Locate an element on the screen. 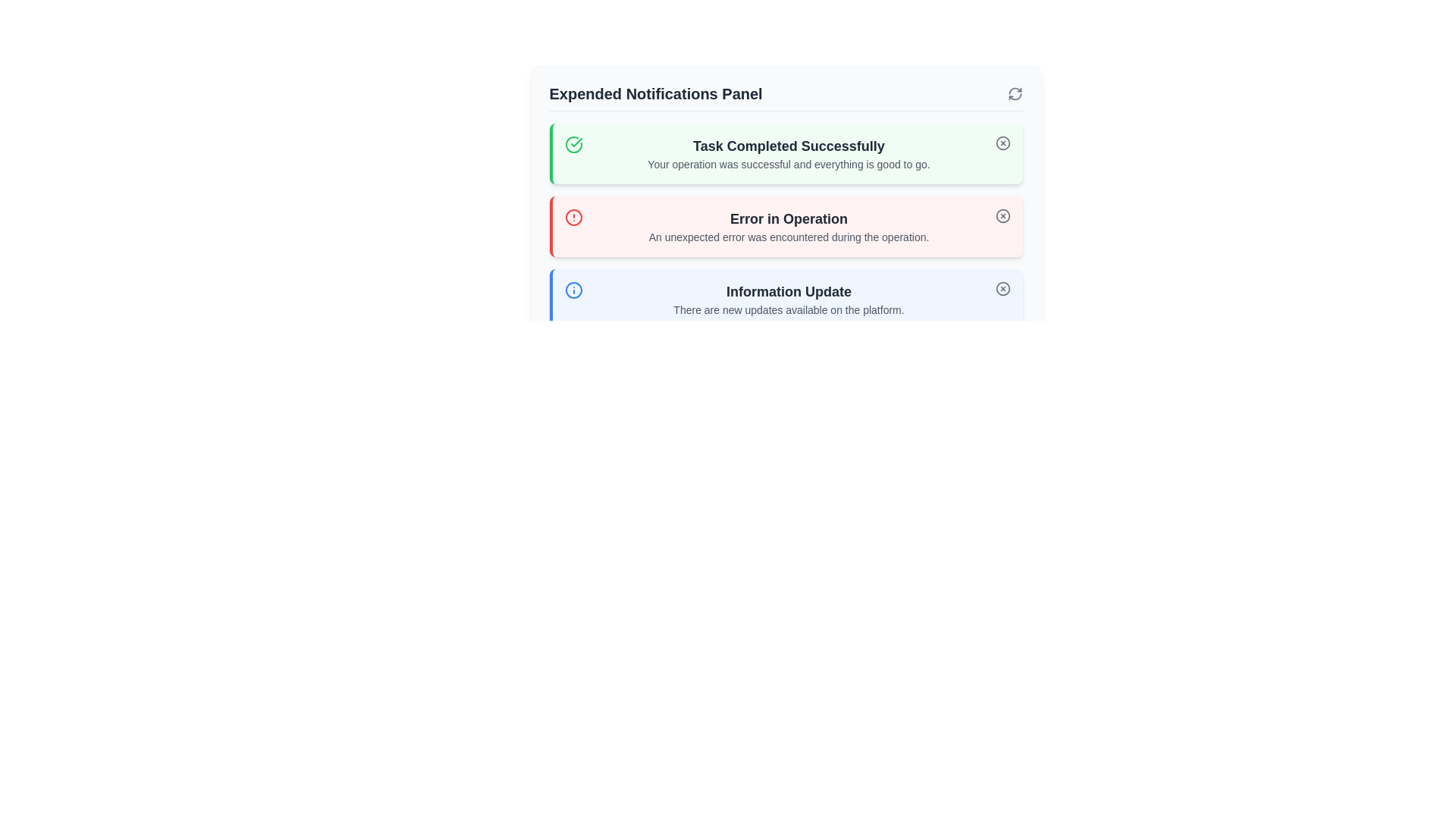 The height and width of the screenshot is (819, 1456). the text field that reads 'Your operation was successful and everything is good to go.' located below the title 'Task Completed Successfully' within a green notification card is located at coordinates (789, 164).